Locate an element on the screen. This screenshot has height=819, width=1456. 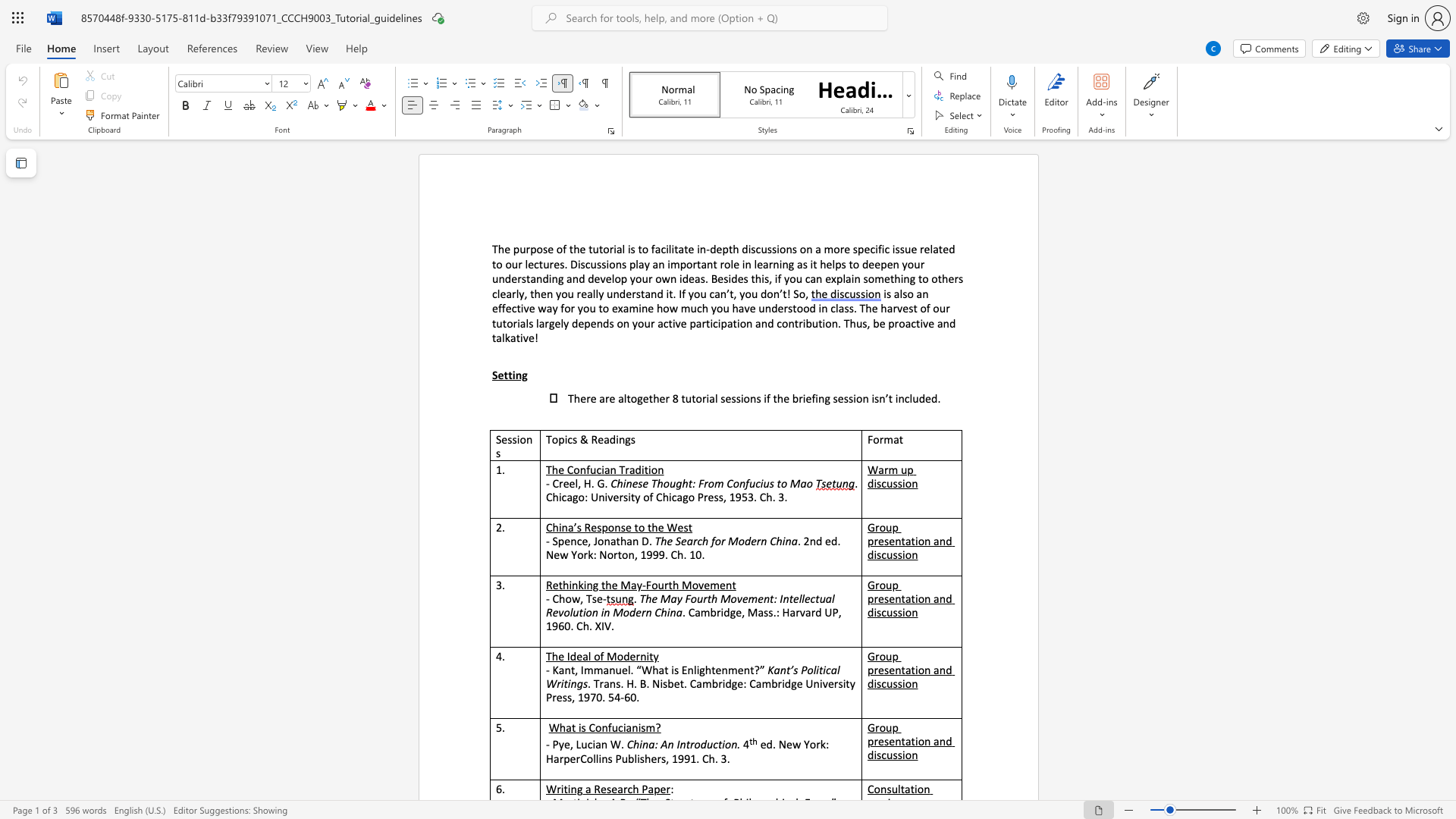
the subset text "ridge: Cambridge University Pre" within the text ". Trans. H. B. Nisbet. Cambridge: Cambridge University Press, 1970. 54-60." is located at coordinates (717, 683).